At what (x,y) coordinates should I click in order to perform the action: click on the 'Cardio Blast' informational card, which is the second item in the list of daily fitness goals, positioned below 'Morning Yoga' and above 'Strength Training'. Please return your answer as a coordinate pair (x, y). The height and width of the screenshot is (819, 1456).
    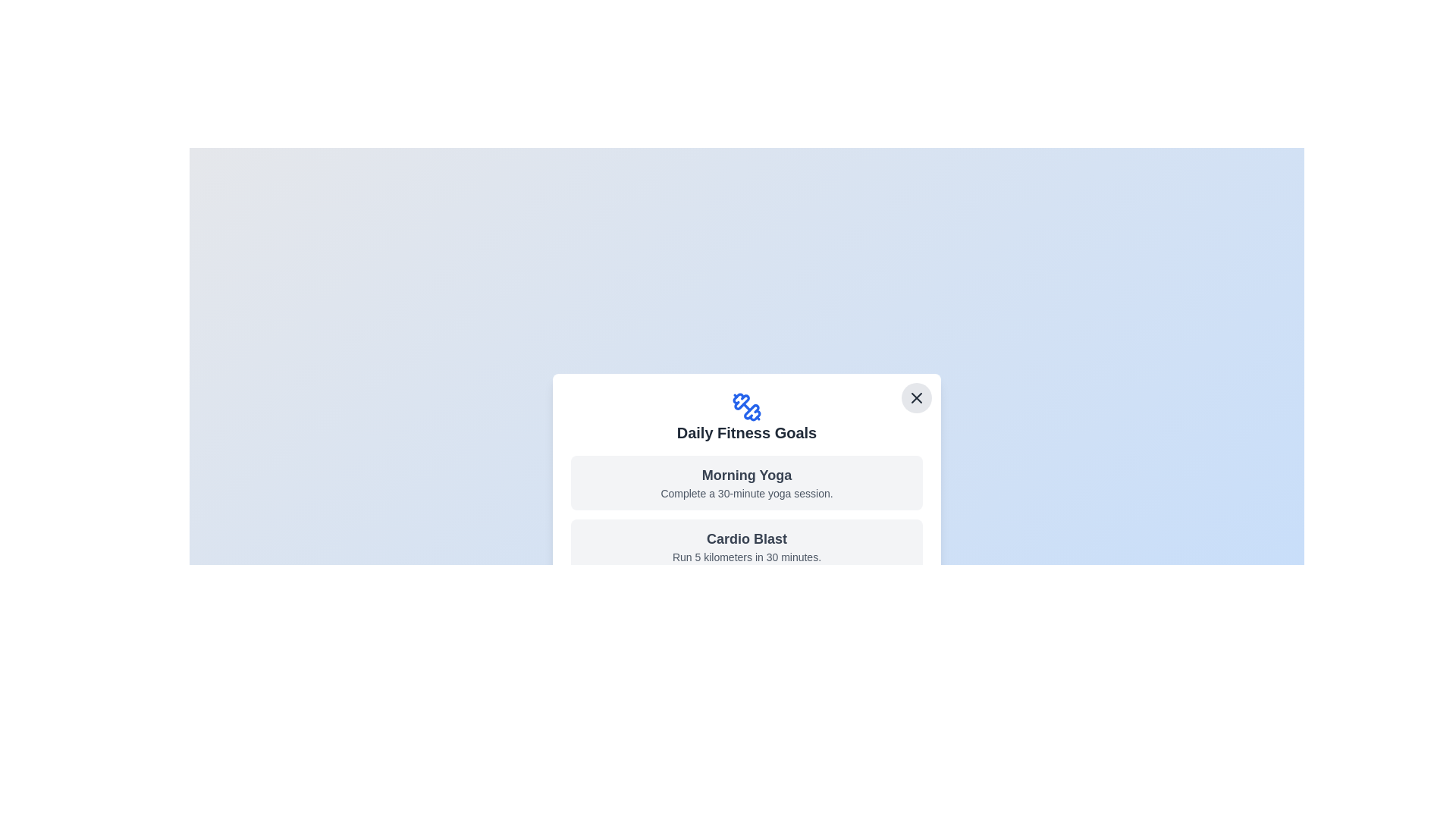
    Looking at the image, I should click on (746, 547).